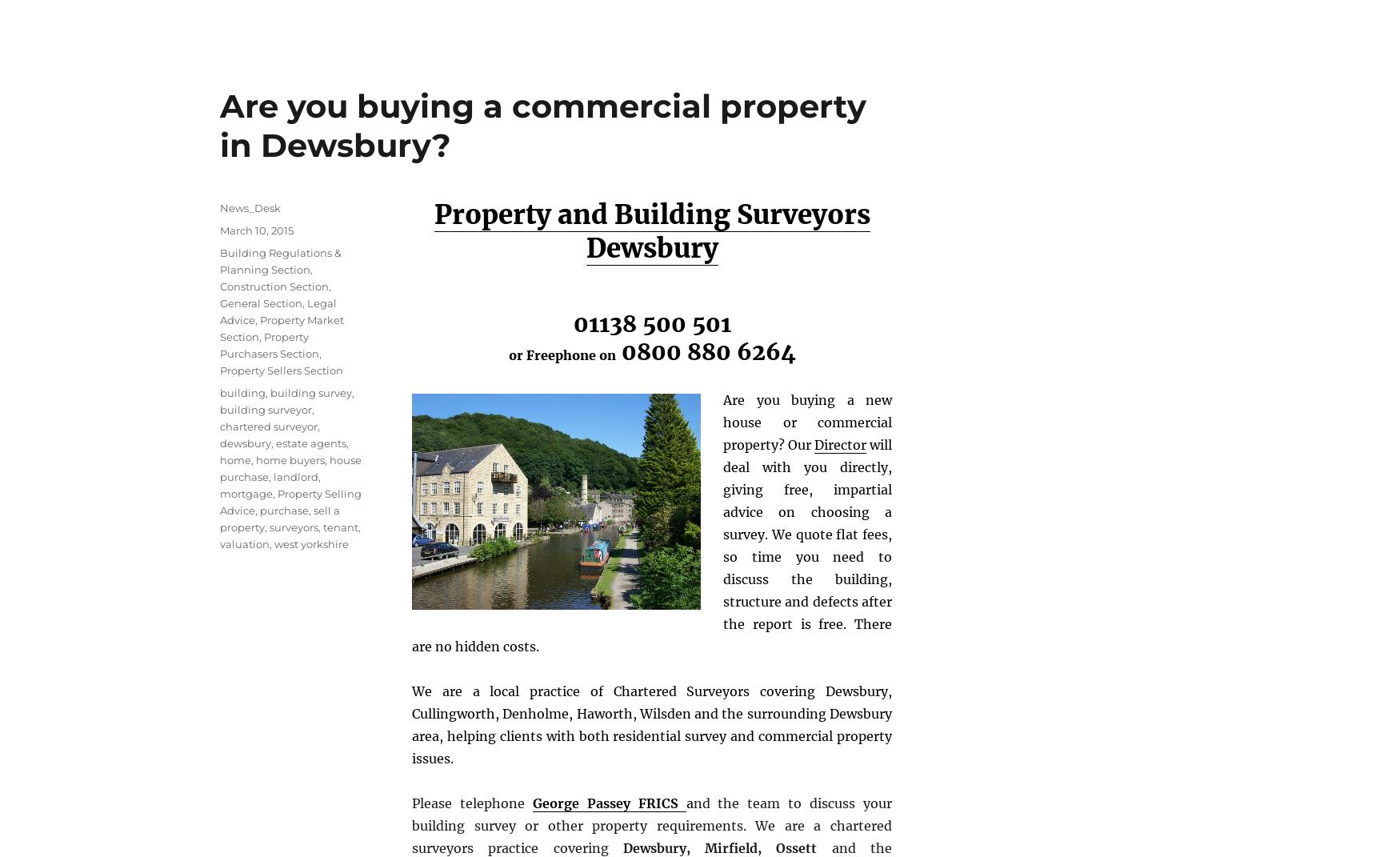  What do you see at coordinates (218, 369) in the screenshot?
I see `'Property Sellers Section'` at bounding box center [218, 369].